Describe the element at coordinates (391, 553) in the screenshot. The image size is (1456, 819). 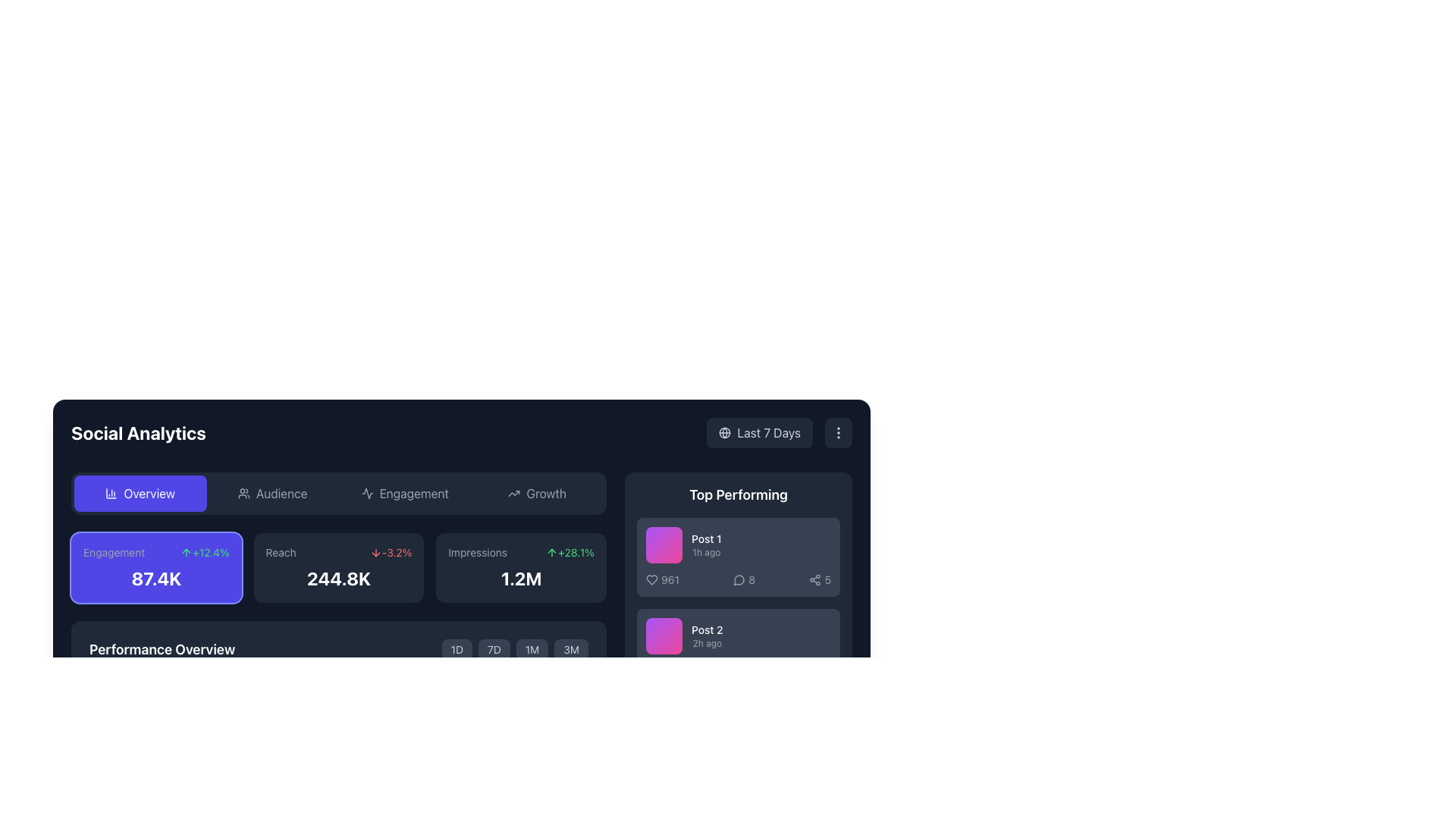
I see `percentage decrease in the metric for 'Reach' indicated by the text and the red downward arrow icon located in the middle of the row of metrics` at that location.